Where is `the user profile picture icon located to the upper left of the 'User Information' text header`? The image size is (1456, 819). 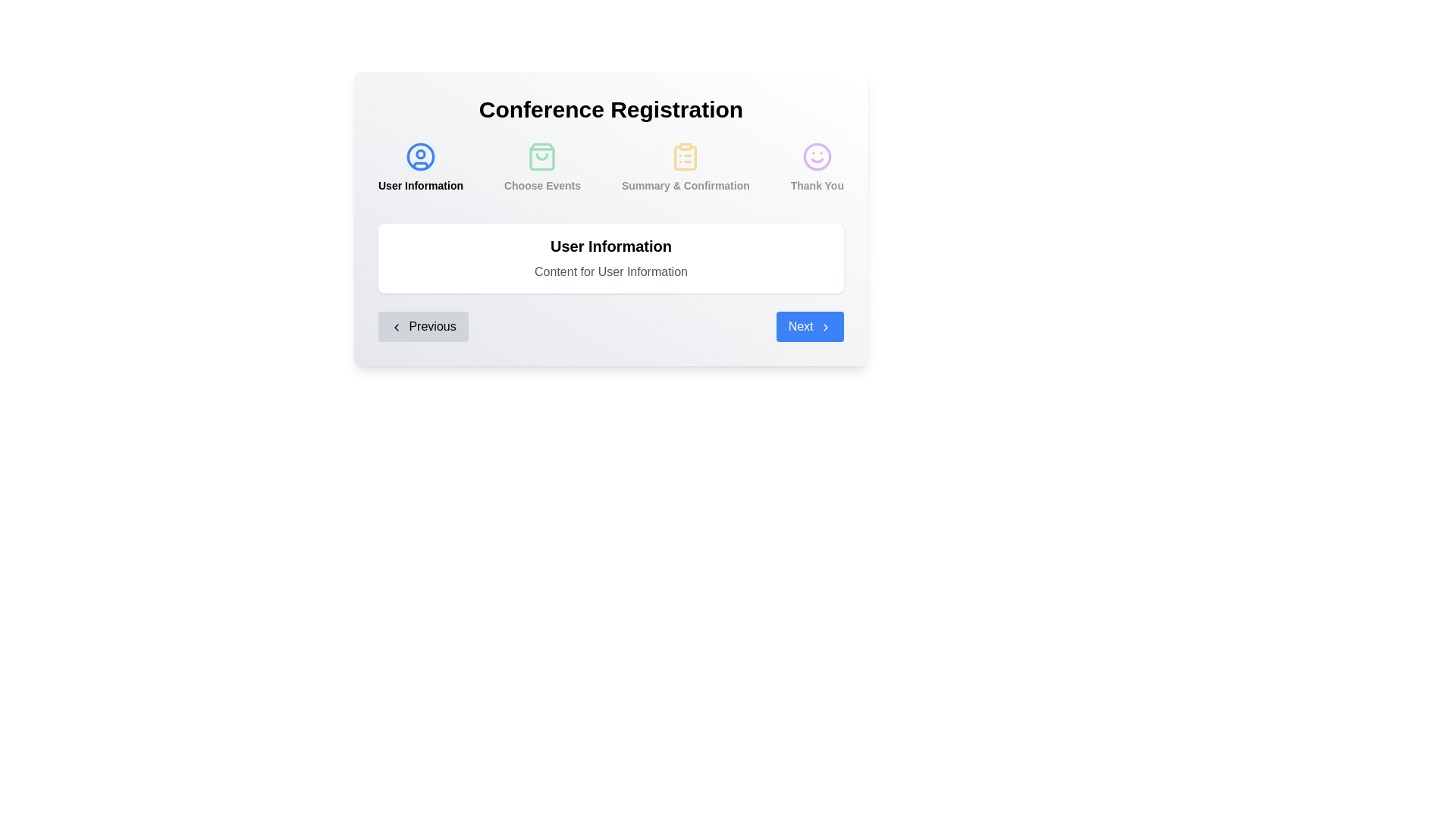 the user profile picture icon located to the upper left of the 'User Information' text header is located at coordinates (421, 157).